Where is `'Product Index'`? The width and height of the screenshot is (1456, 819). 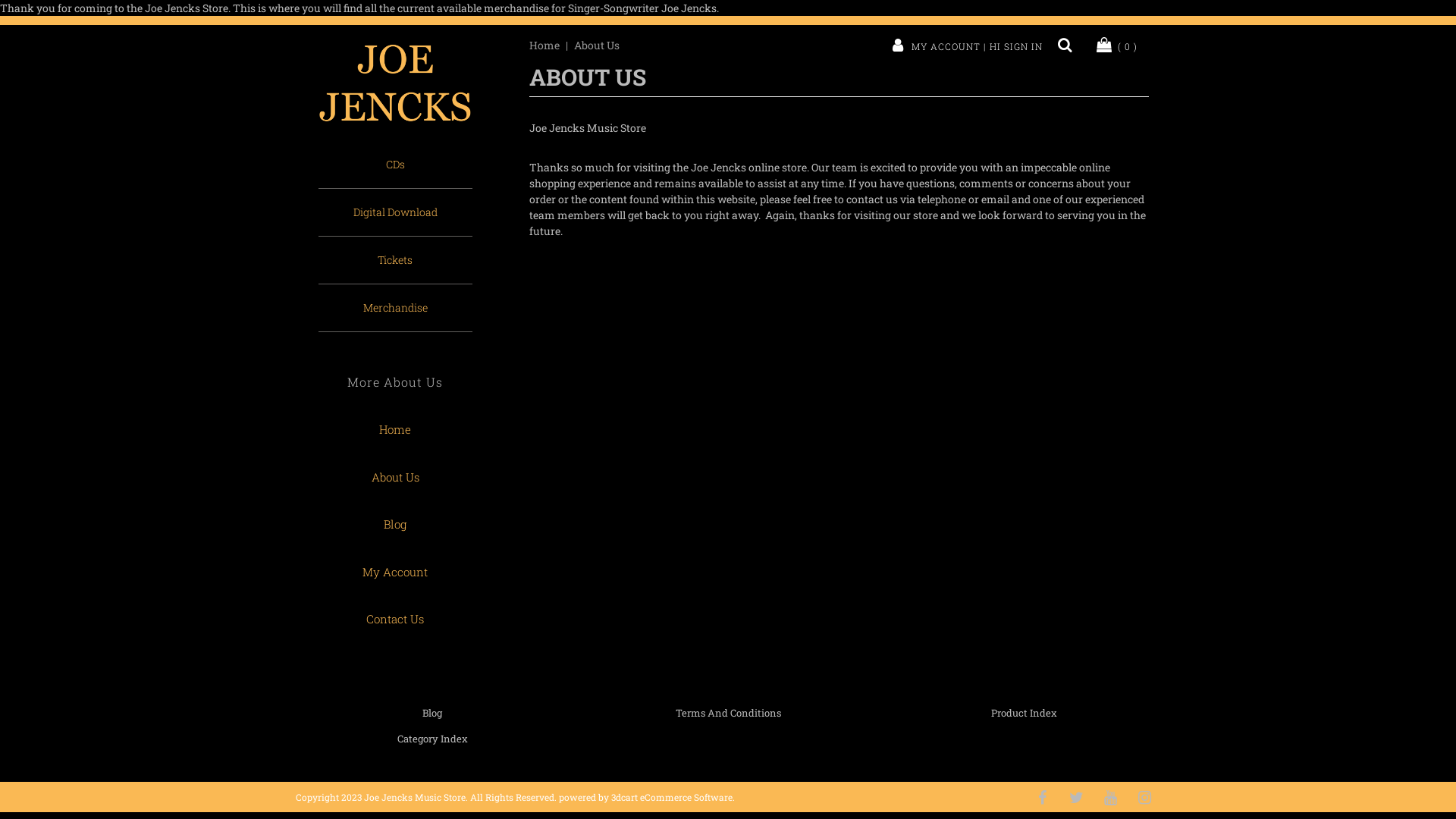 'Product Index' is located at coordinates (1023, 711).